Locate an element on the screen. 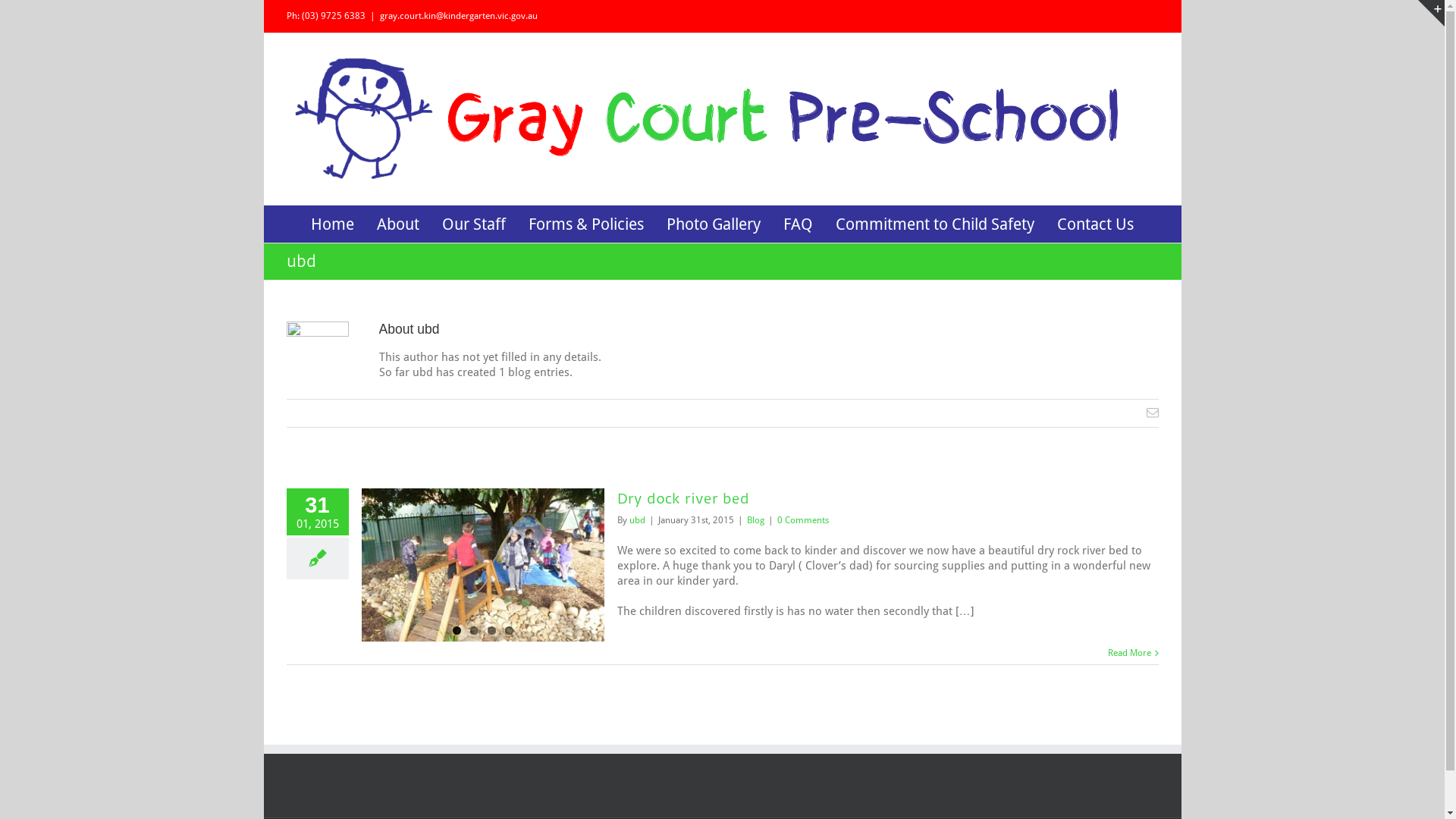  'gray.court.kin@kindergarten.vic.gov.au' is located at coordinates (378, 15).